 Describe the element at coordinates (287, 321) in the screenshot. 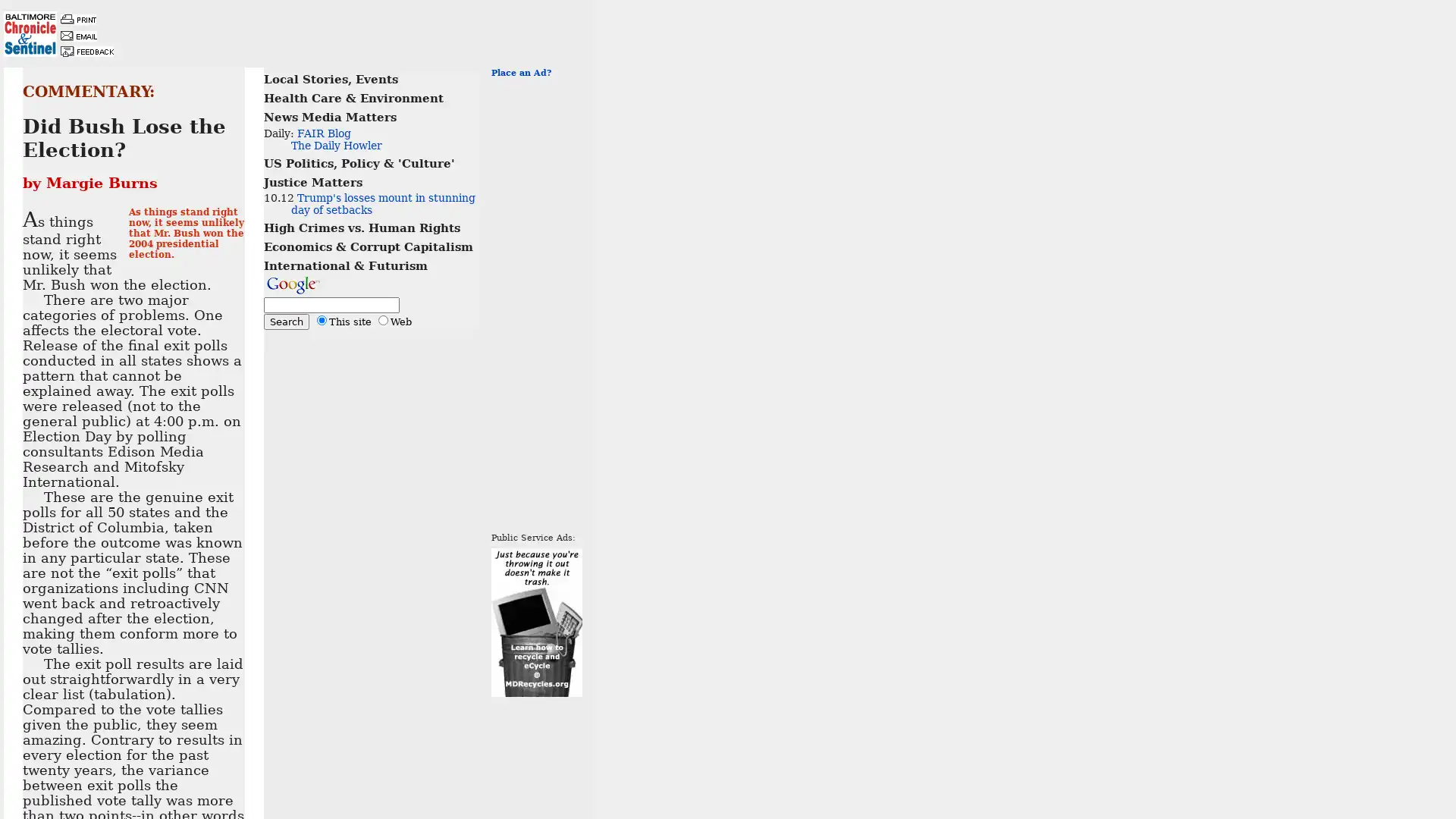

I see `Search` at that location.